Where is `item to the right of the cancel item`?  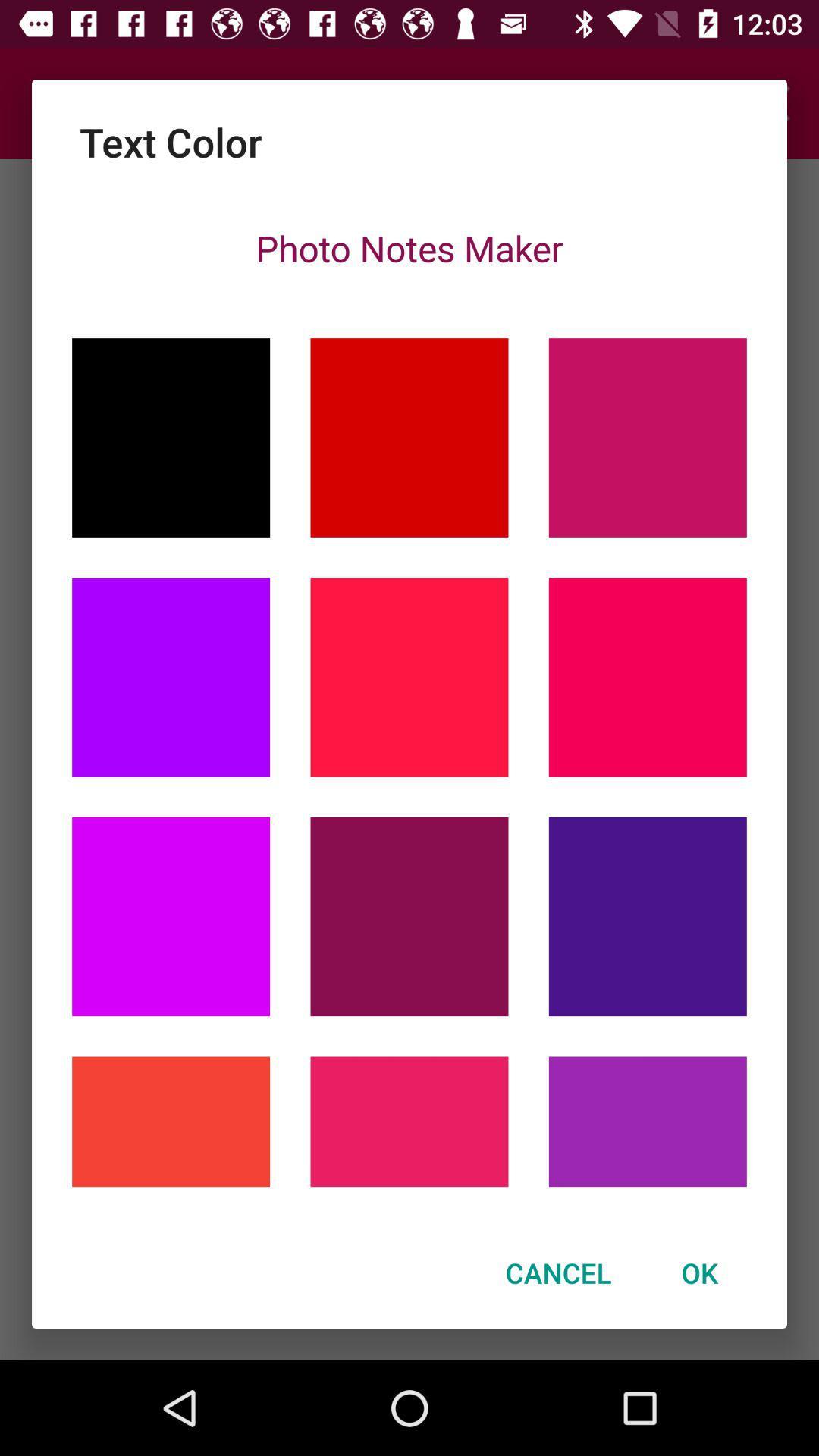 item to the right of the cancel item is located at coordinates (699, 1272).